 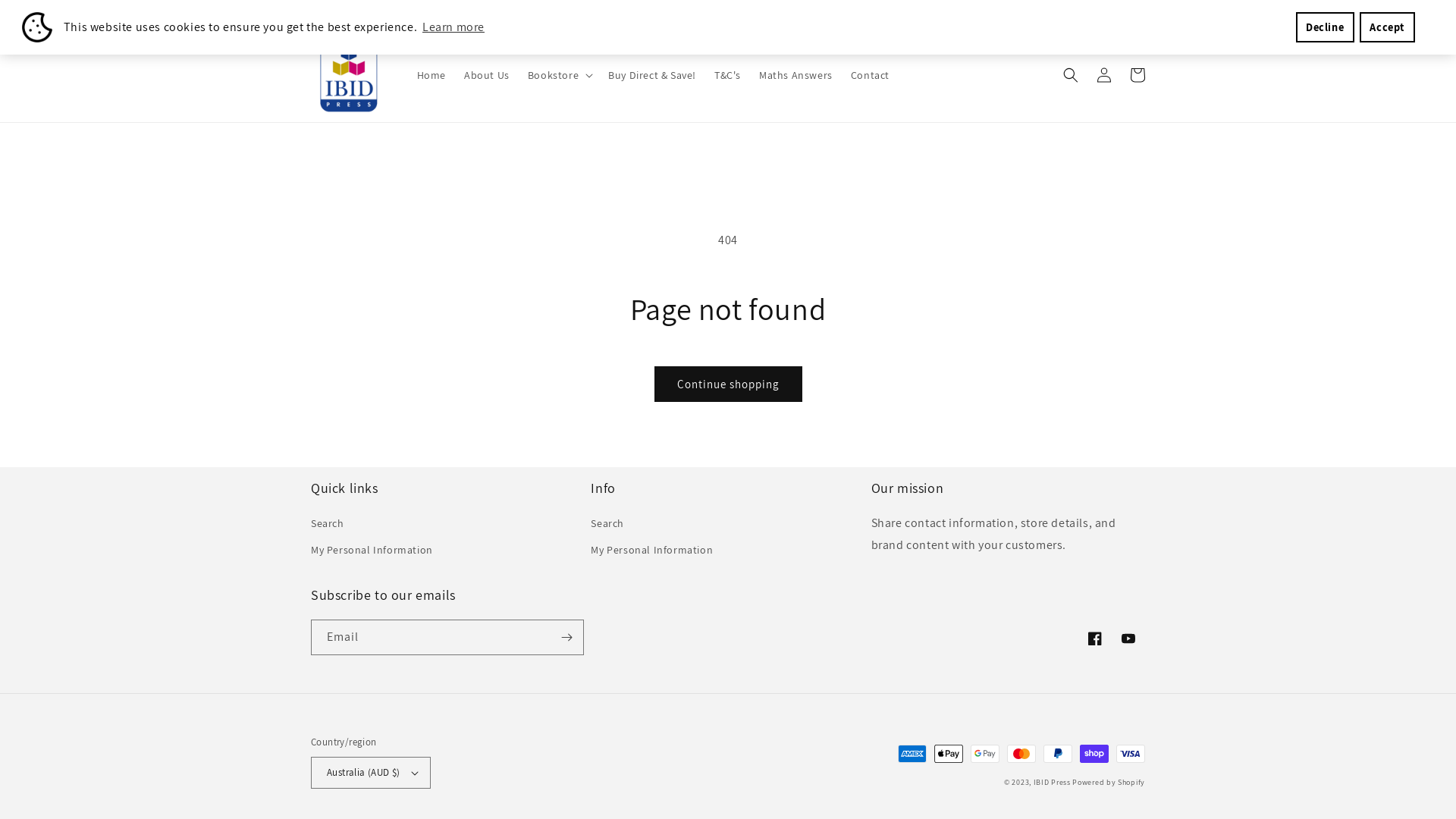 I want to click on 'Decline', so click(x=1324, y=27).